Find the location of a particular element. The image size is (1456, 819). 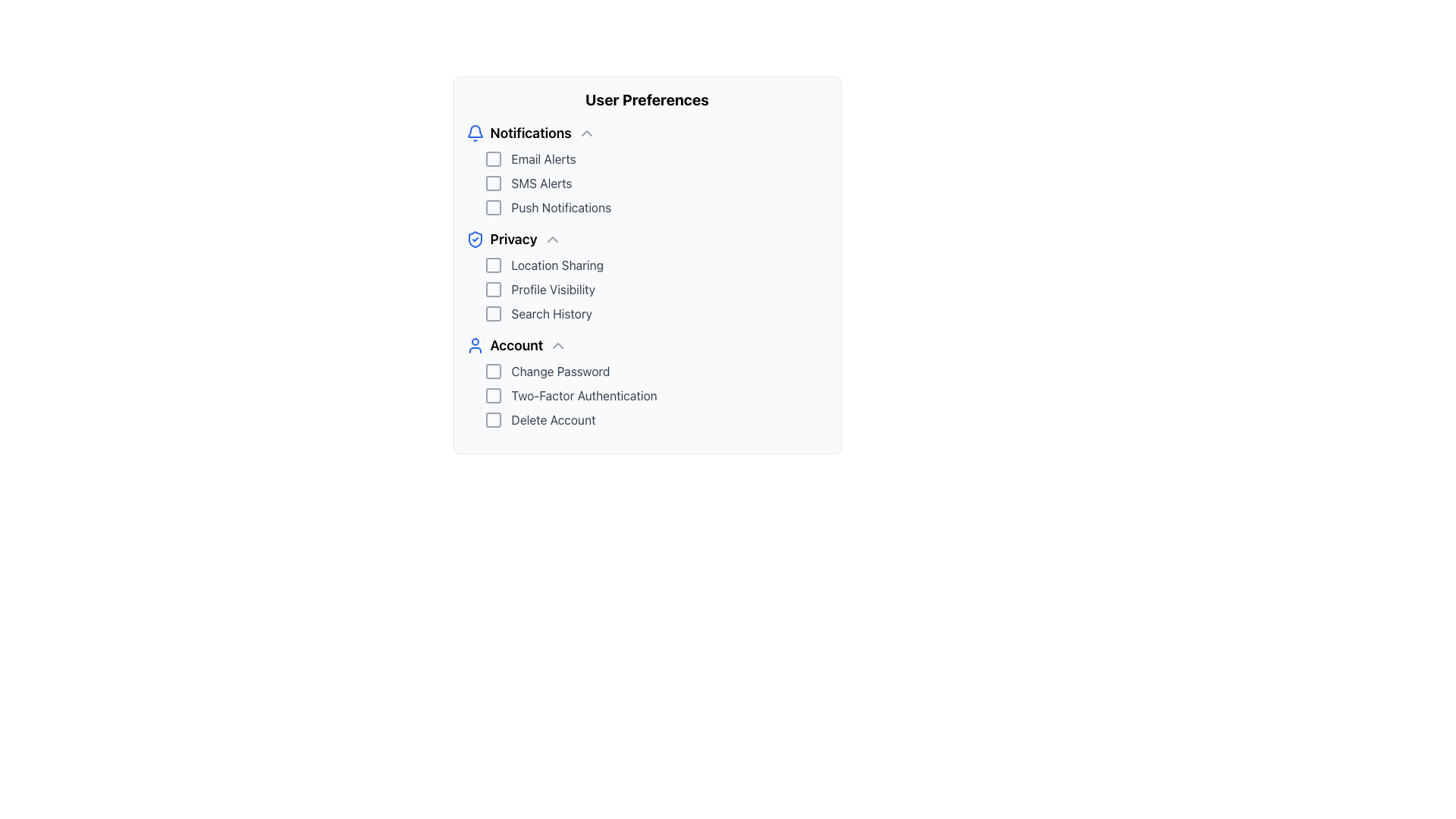

the interactive checkbox for toggling the 'Email Alerts' setting located at the beginning of the row labeled 'Email Alerts' within the 'Notifications' section of the 'User Preferences' panel is located at coordinates (493, 158).